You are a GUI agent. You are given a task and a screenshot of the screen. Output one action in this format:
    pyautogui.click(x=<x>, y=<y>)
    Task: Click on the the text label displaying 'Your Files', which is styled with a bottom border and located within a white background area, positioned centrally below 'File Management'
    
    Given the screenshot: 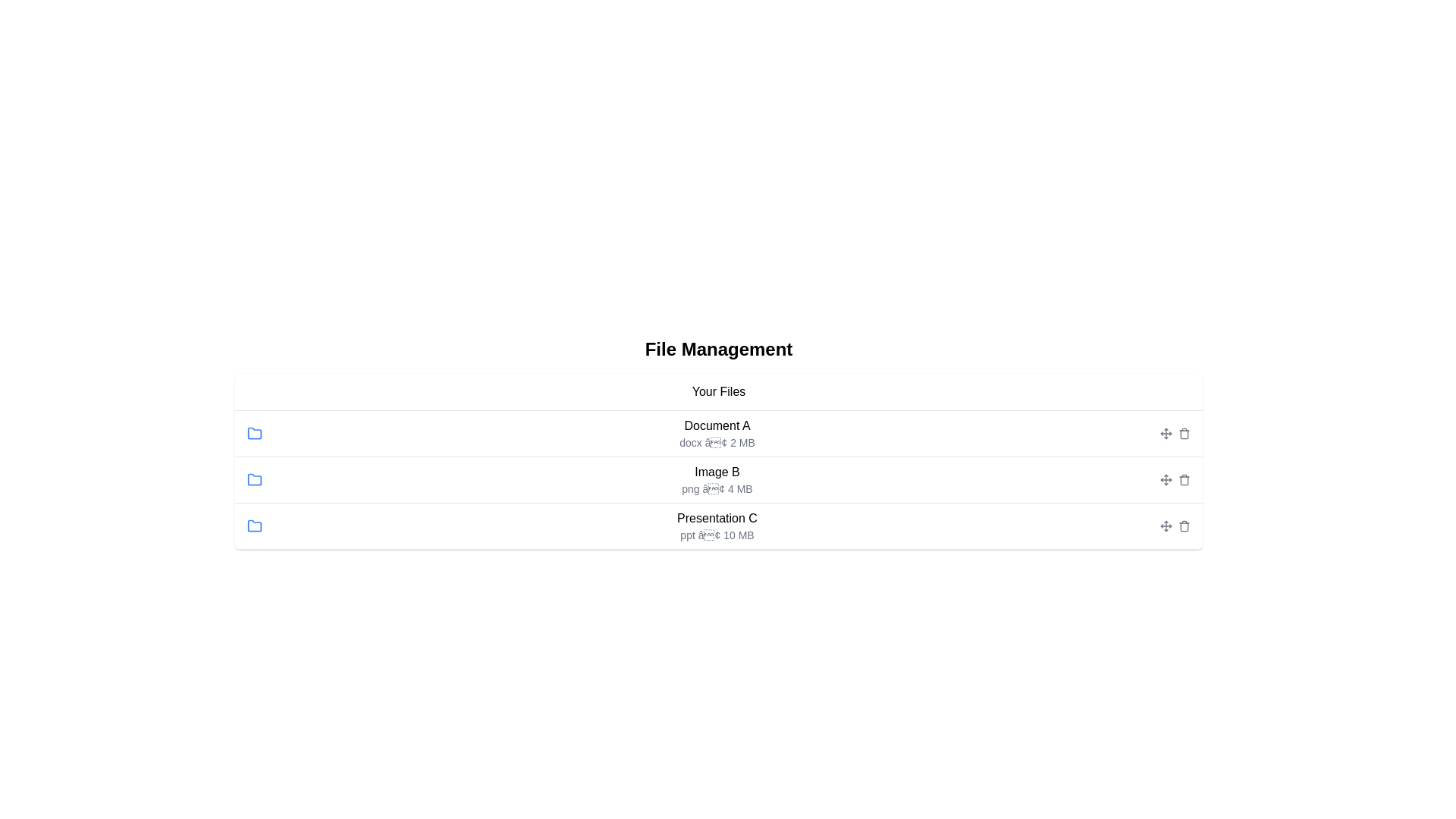 What is the action you would take?
    pyautogui.click(x=718, y=391)
    